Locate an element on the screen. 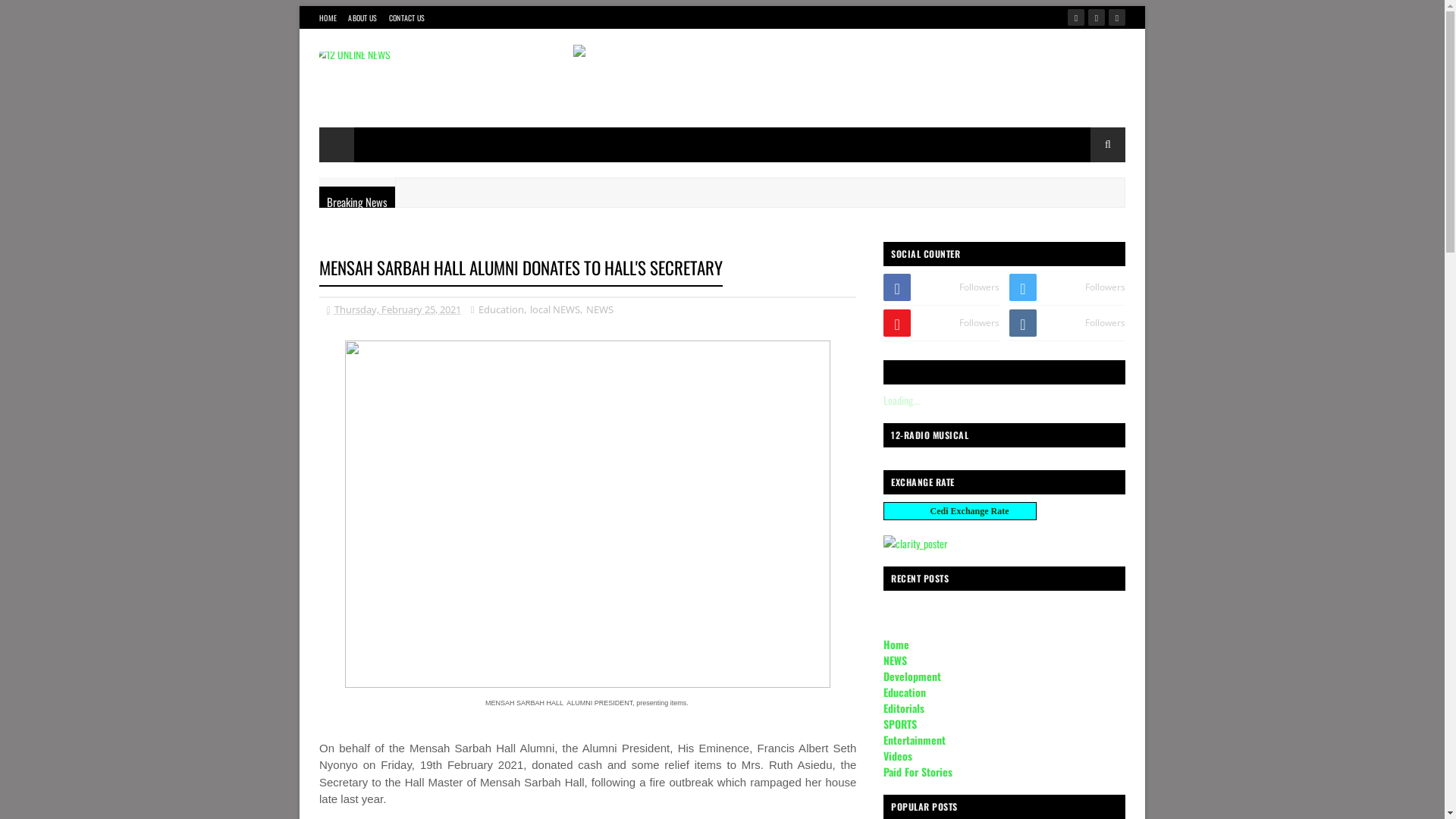 Image resolution: width=1456 pixels, height=819 pixels. 'ABOUT US' is located at coordinates (362, 17).